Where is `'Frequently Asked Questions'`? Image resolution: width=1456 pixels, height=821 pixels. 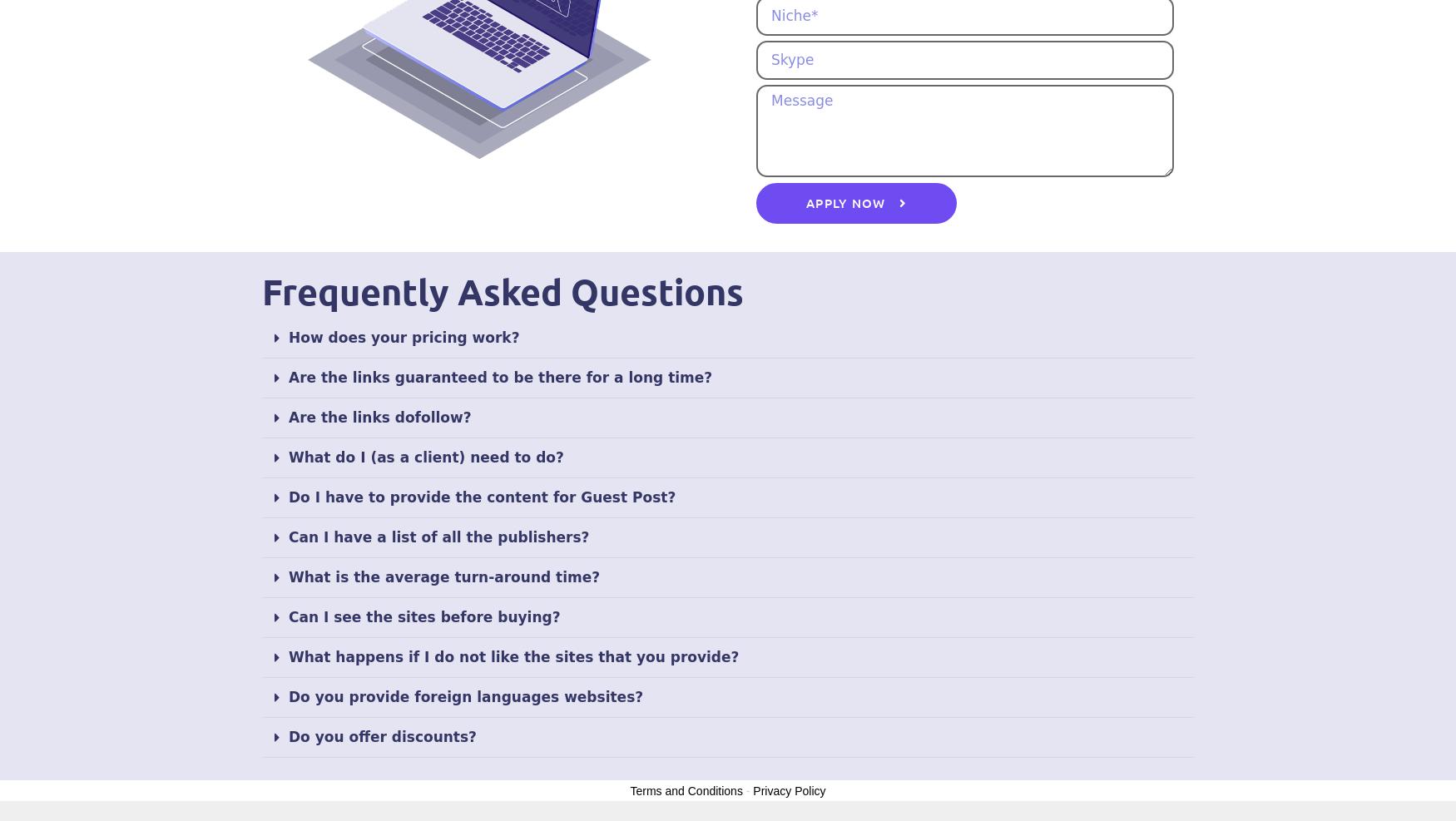
'Frequently Asked Questions' is located at coordinates (503, 290).